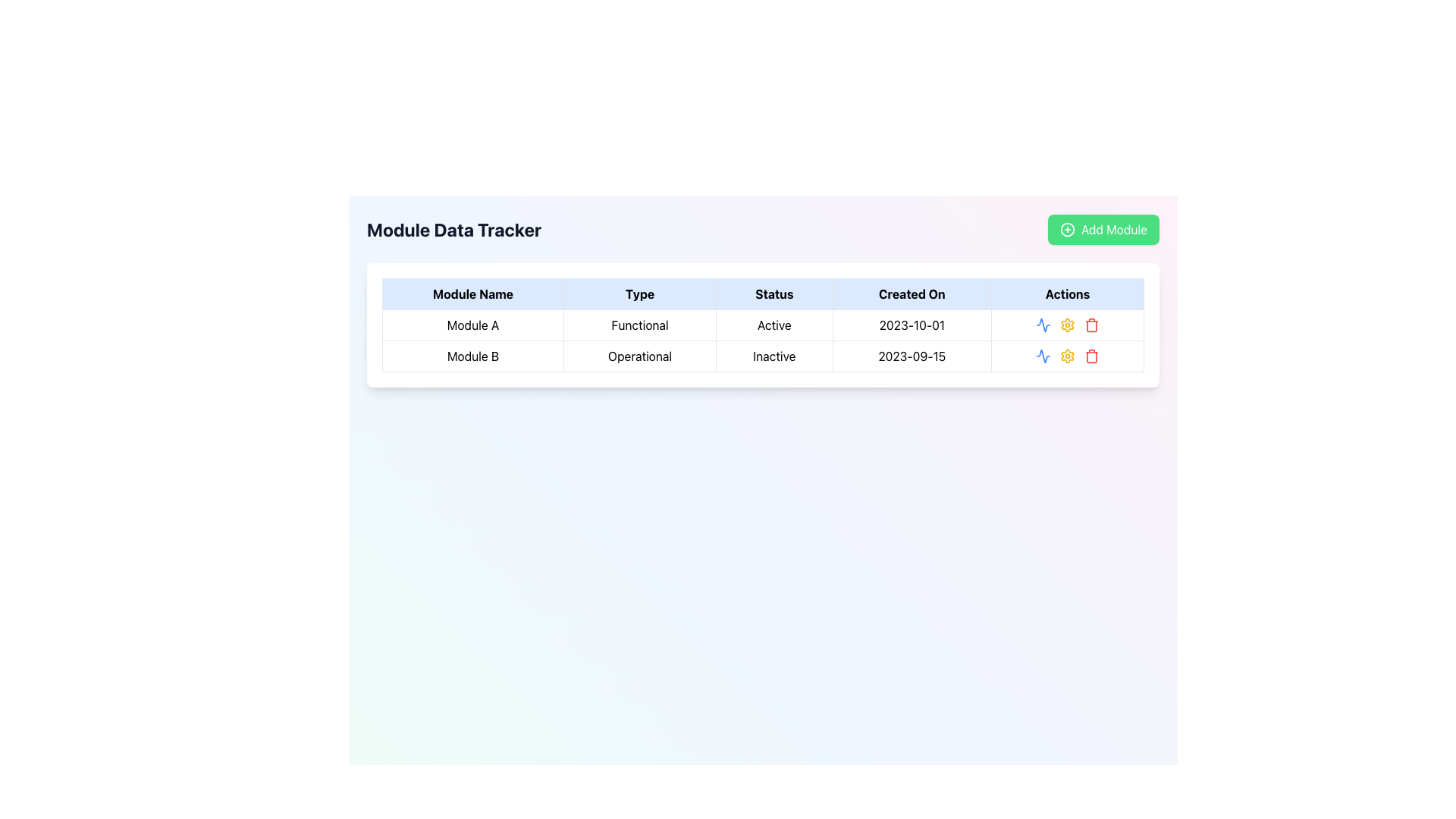 The image size is (1456, 819). Describe the element at coordinates (1066, 230) in the screenshot. I see `the 'Add Module' icon located on the left side of the button text` at that location.